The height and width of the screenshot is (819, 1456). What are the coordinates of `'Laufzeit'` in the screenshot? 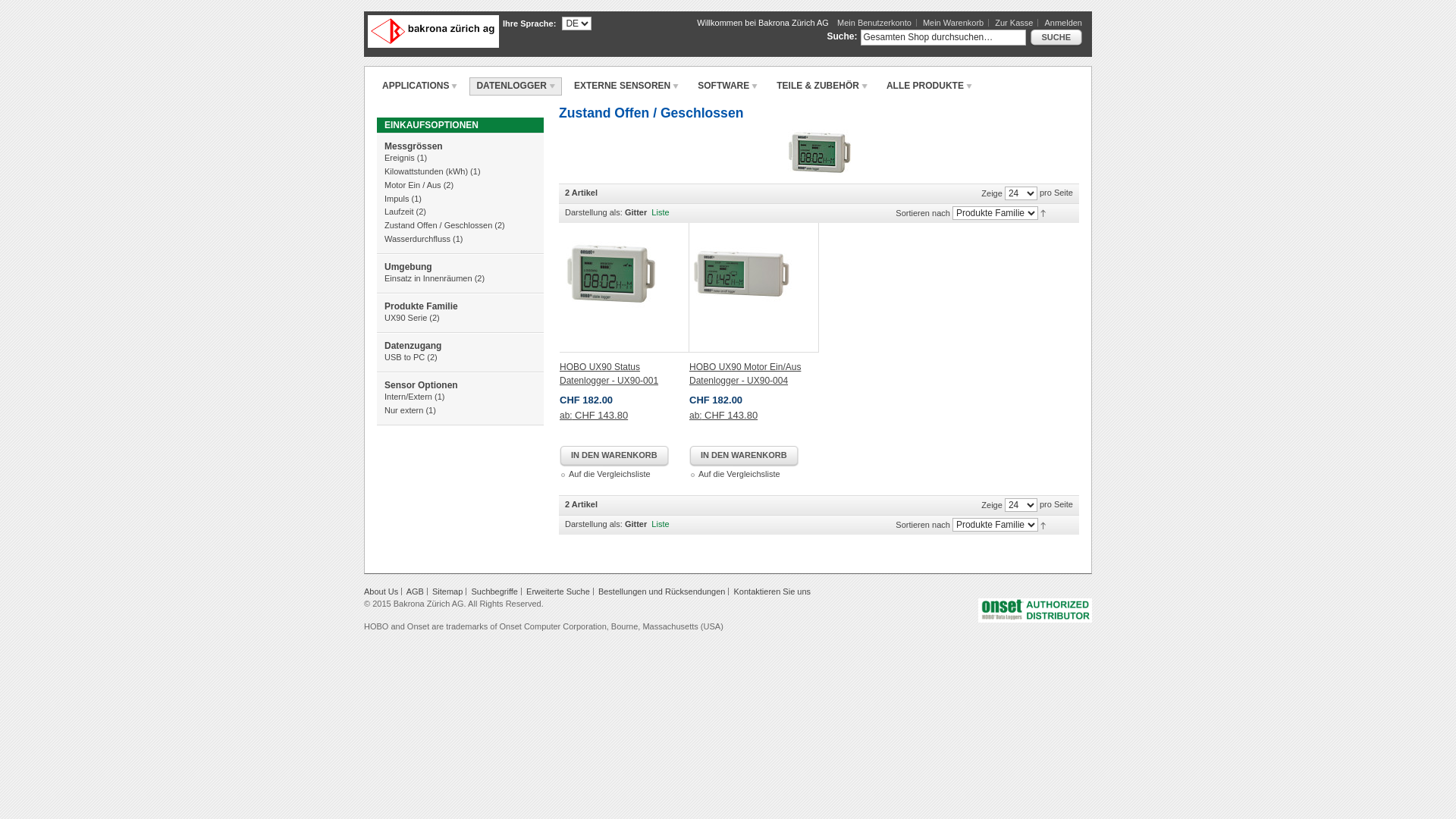 It's located at (399, 211).